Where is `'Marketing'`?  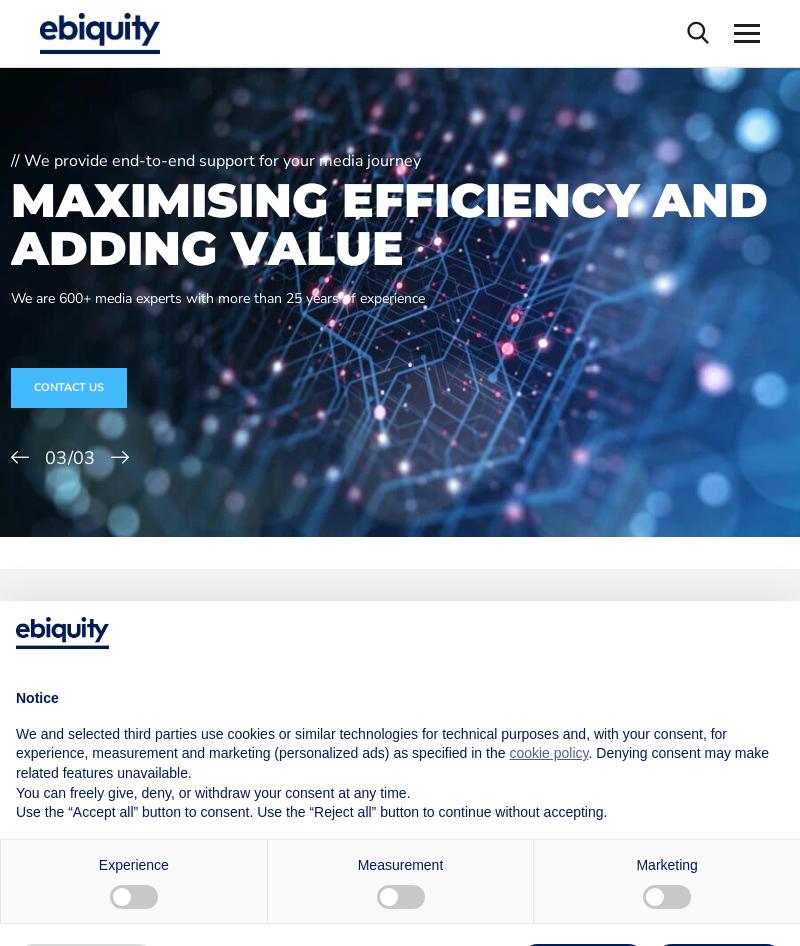 'Marketing' is located at coordinates (665, 863).